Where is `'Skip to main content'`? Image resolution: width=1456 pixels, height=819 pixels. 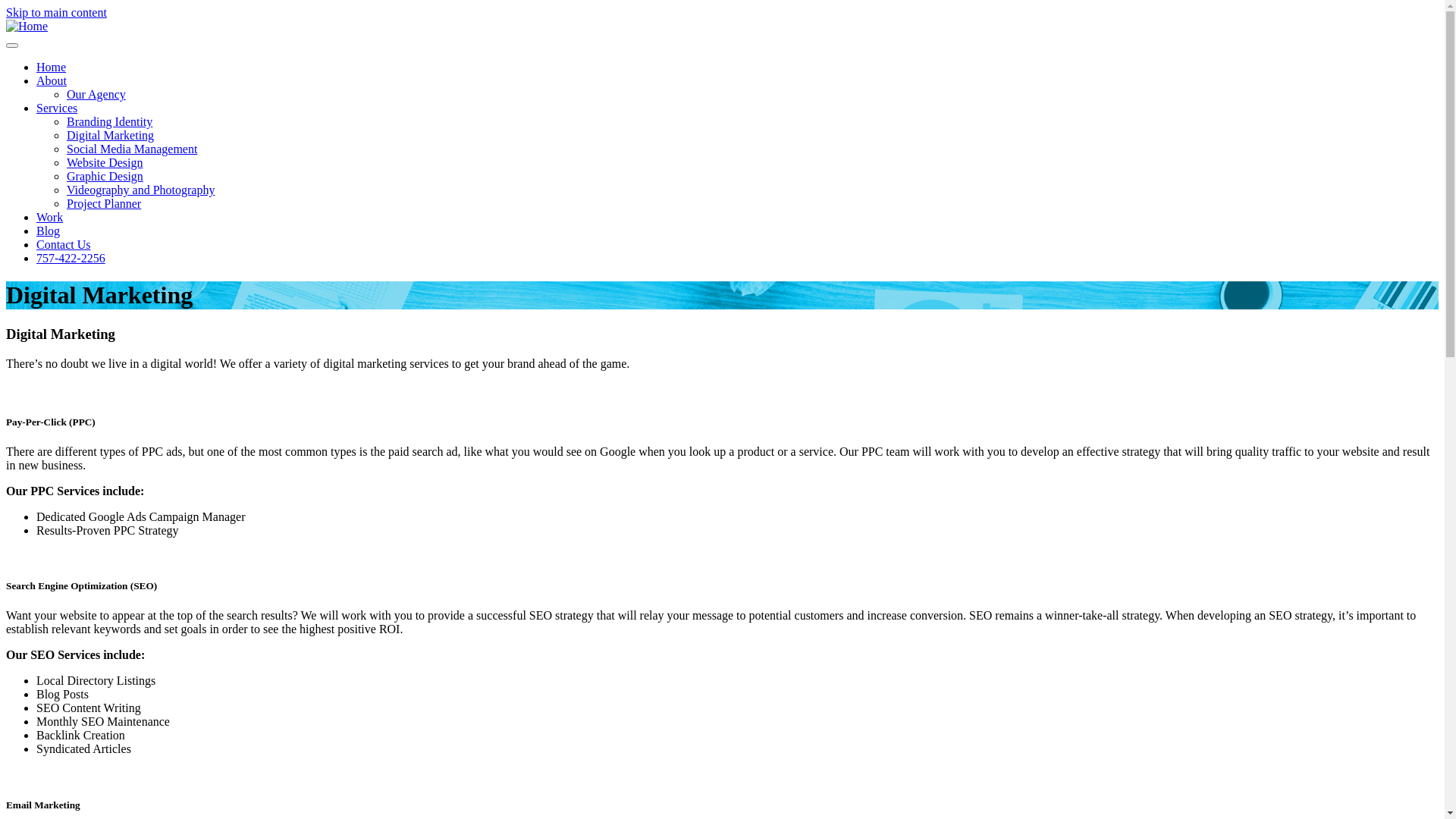 'Skip to main content' is located at coordinates (56, 12).